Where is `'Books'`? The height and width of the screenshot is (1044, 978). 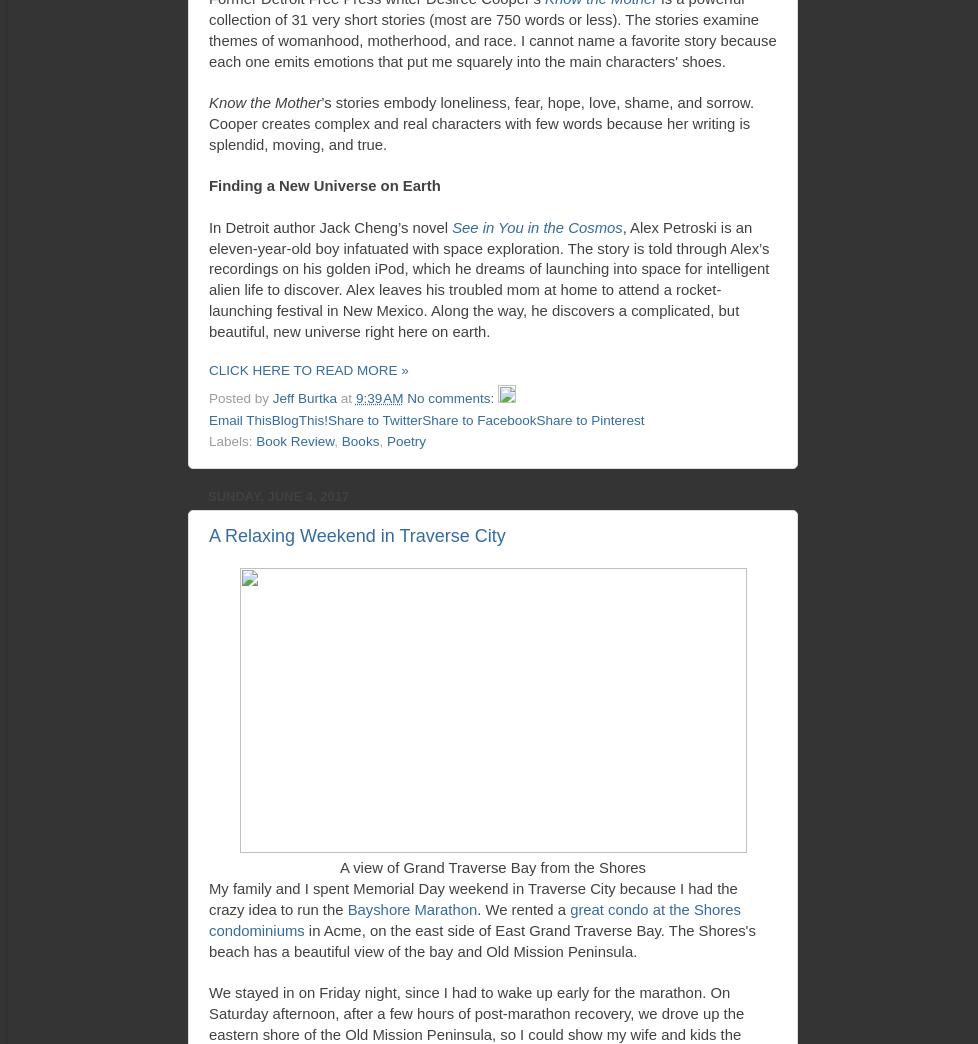 'Books' is located at coordinates (359, 440).